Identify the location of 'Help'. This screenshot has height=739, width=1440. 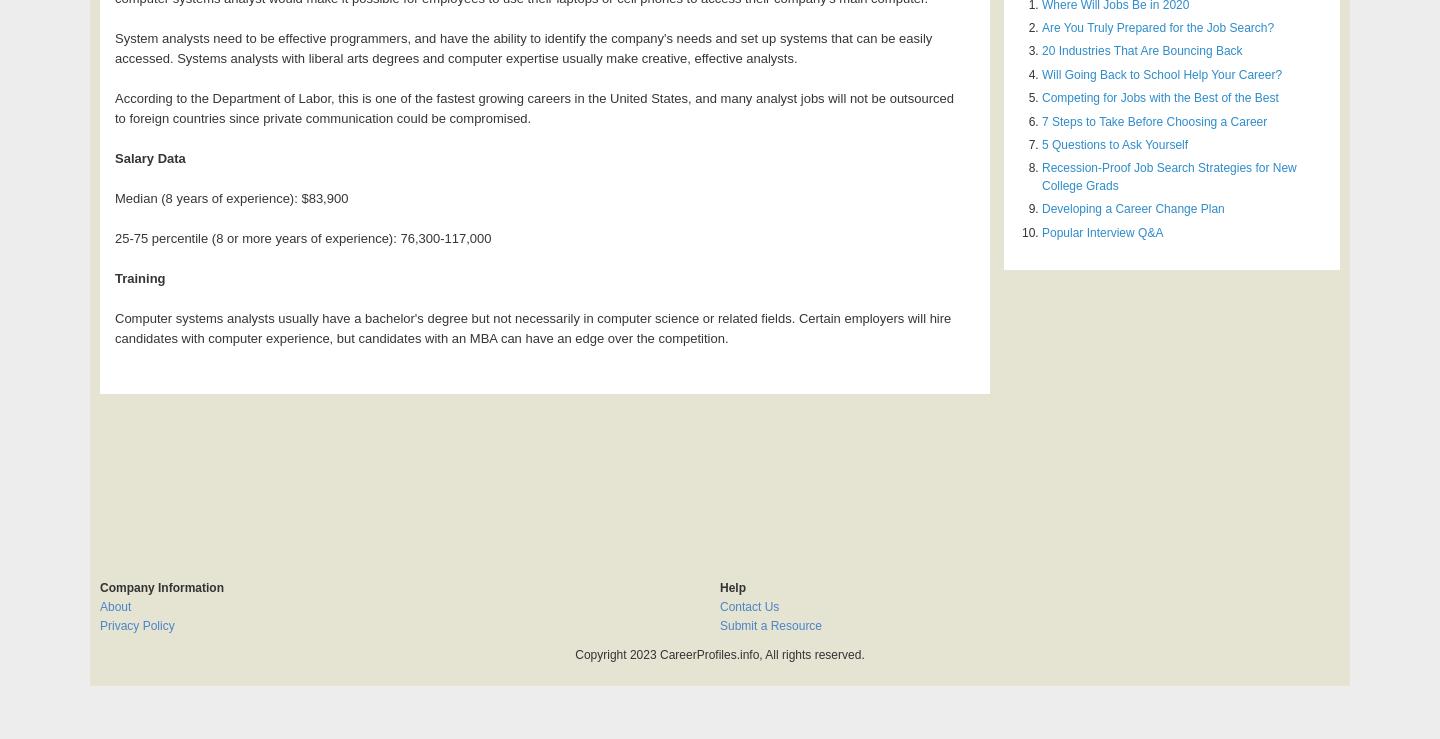
(720, 586).